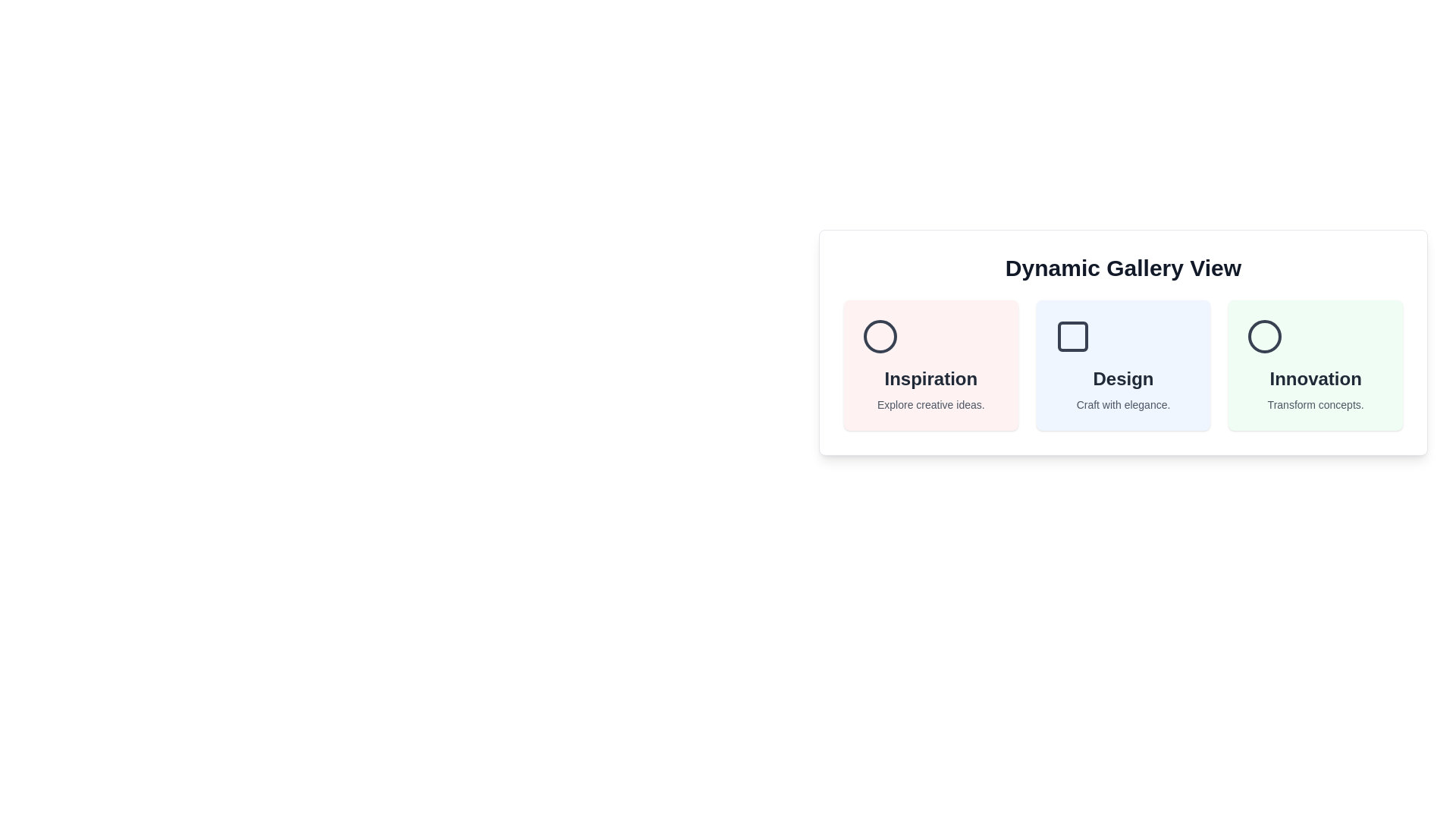 The image size is (1456, 819). Describe the element at coordinates (1072, 335) in the screenshot. I see `the decorative graphic located in the 'Design' section, which serves as a visual differentiation or branding element` at that location.